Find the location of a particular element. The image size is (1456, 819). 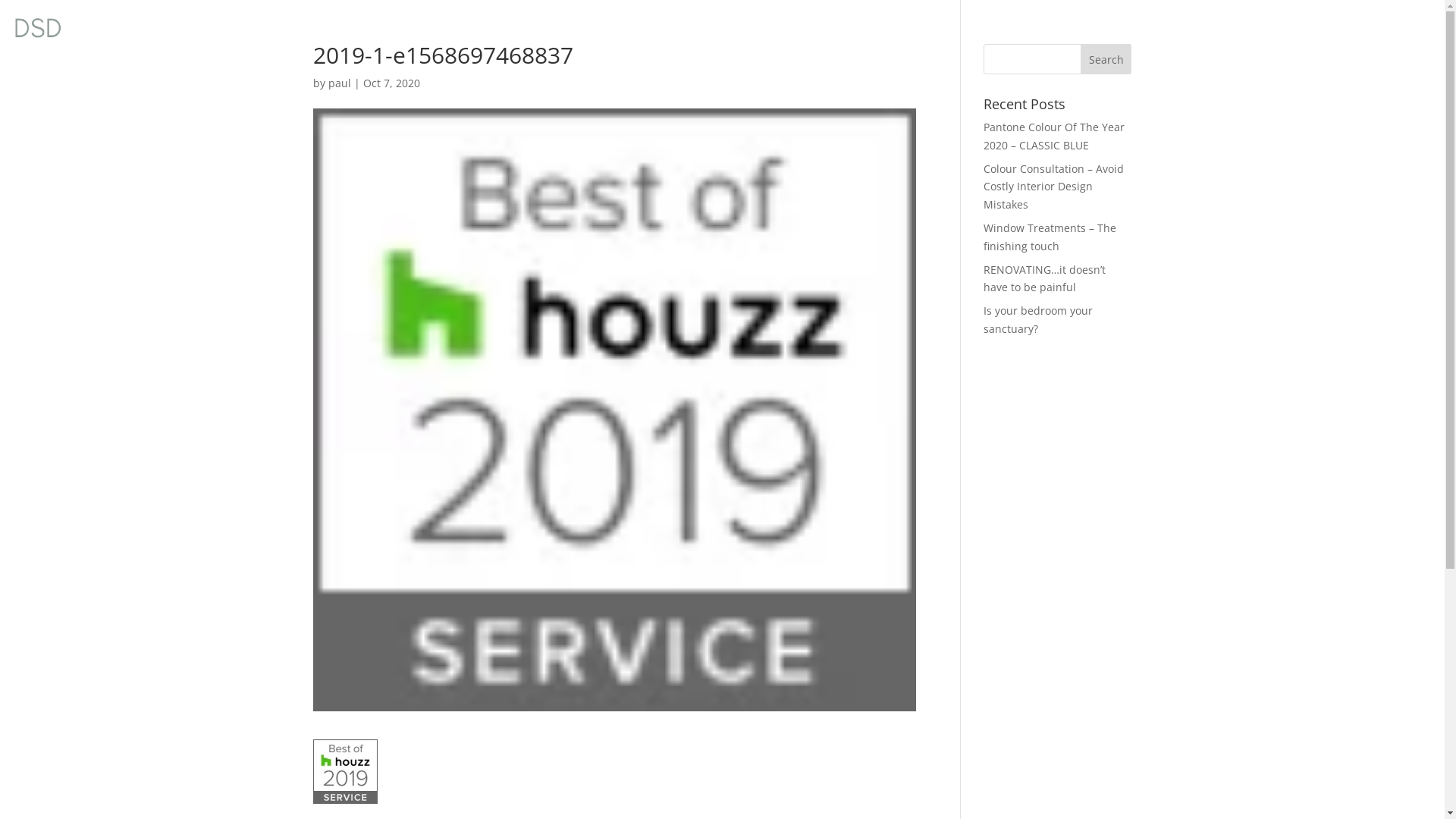

'Search' is located at coordinates (1106, 58).